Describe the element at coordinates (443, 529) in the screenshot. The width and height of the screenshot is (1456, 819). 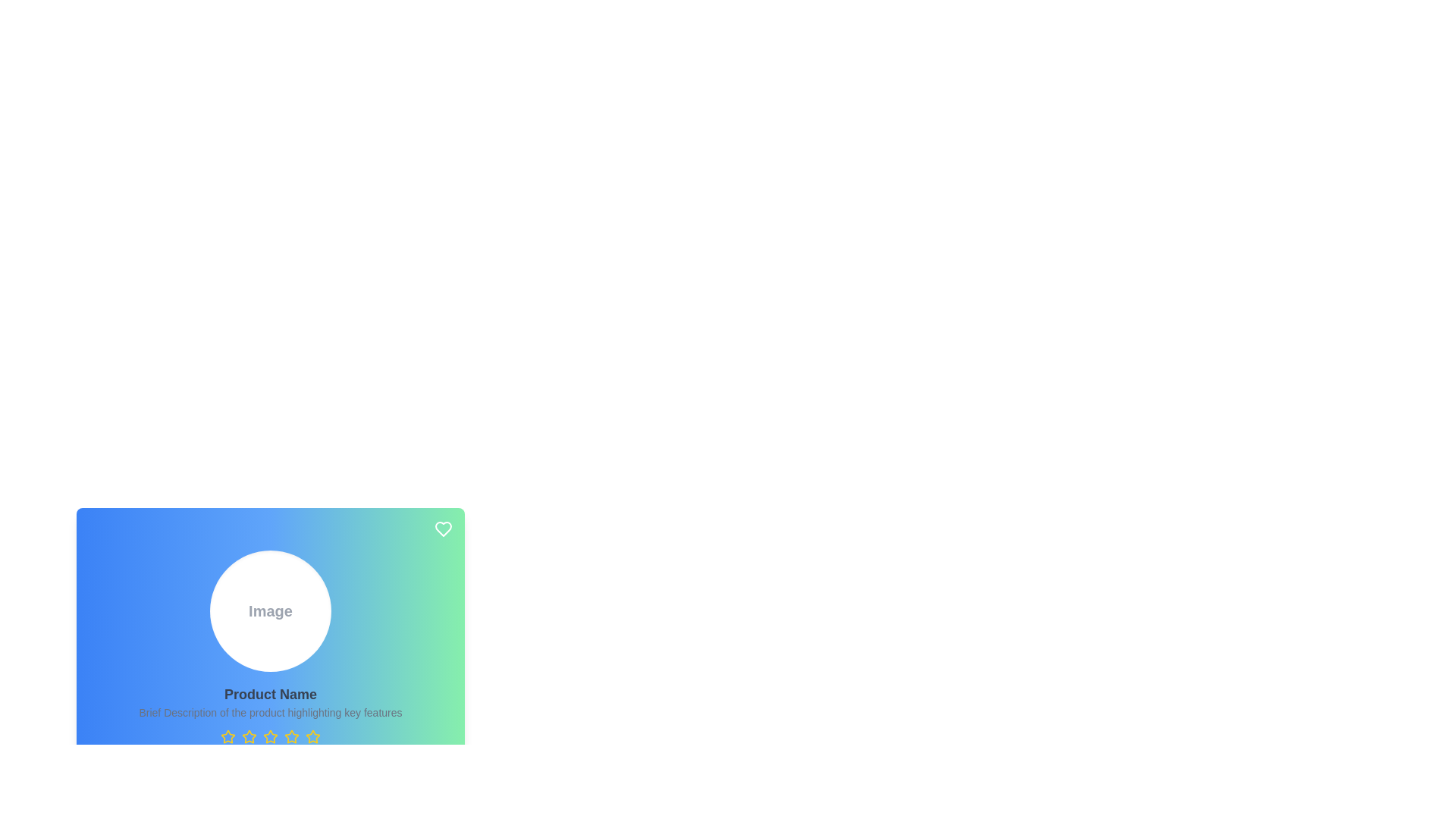
I see `the 'like' button (heart icon) in the top-right corner of the action panel` at that location.